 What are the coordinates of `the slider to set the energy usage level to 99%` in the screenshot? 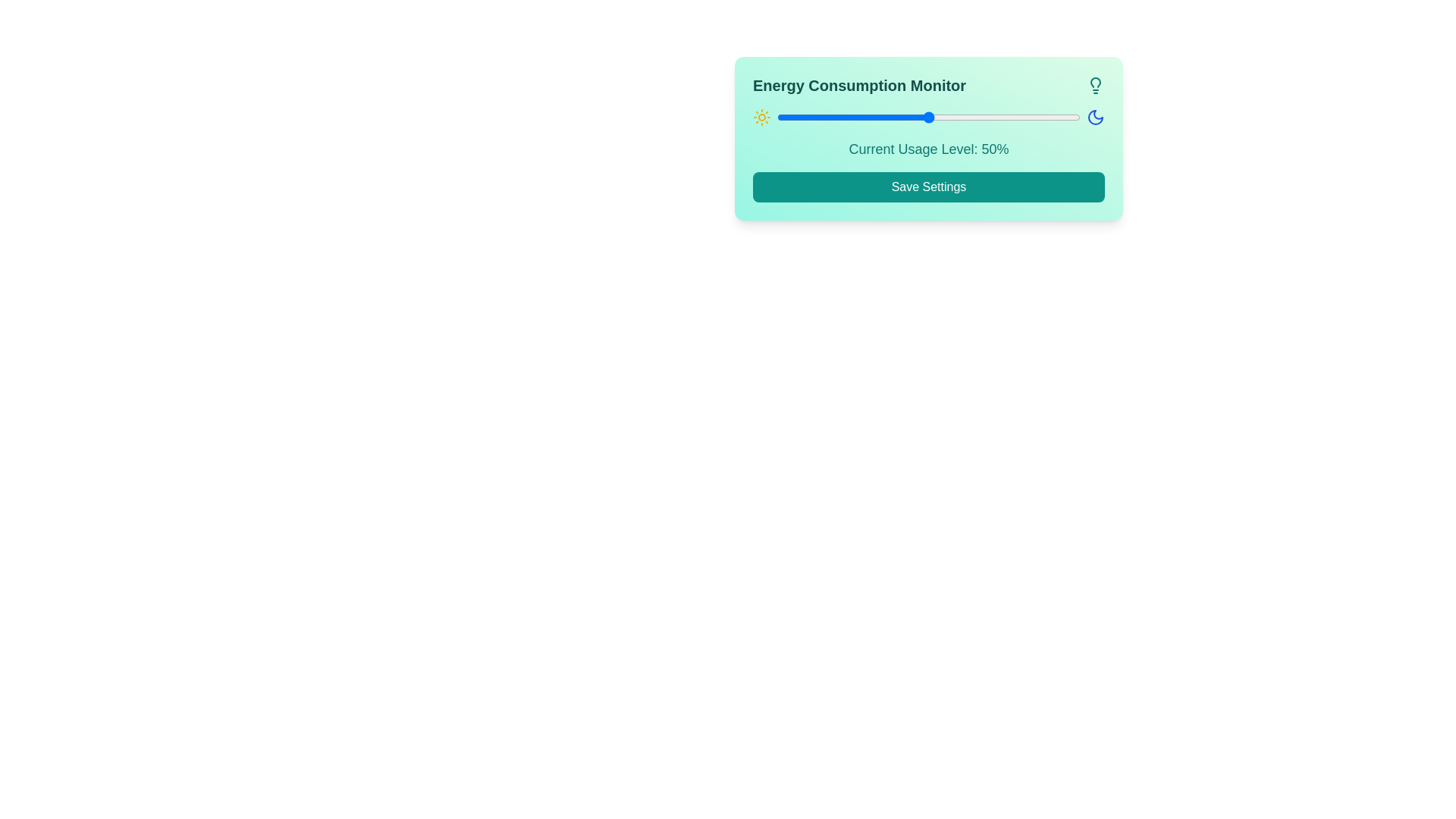 It's located at (1076, 116).